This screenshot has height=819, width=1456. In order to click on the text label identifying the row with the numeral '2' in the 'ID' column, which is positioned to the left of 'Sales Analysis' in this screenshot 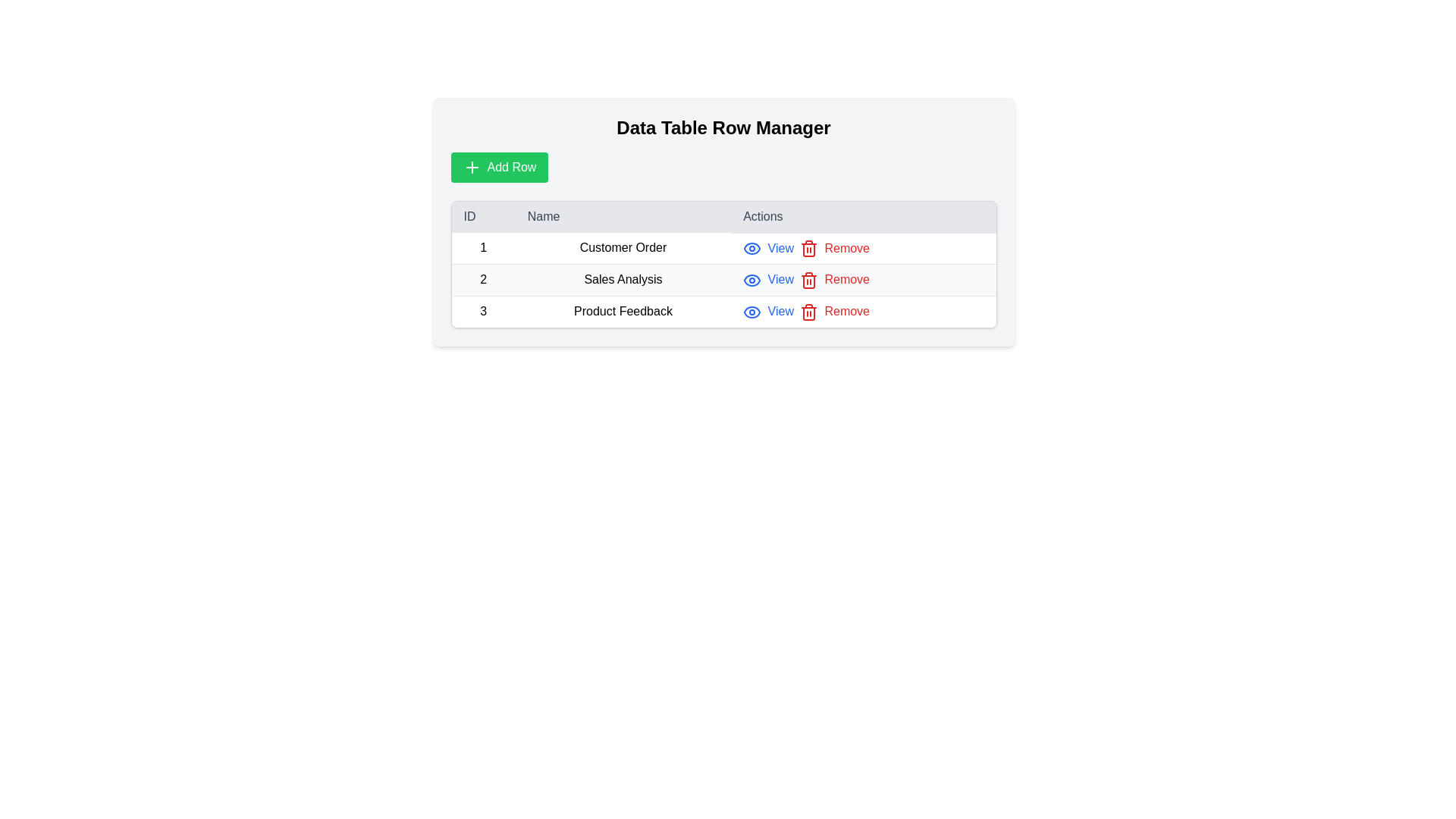, I will do `click(482, 280)`.